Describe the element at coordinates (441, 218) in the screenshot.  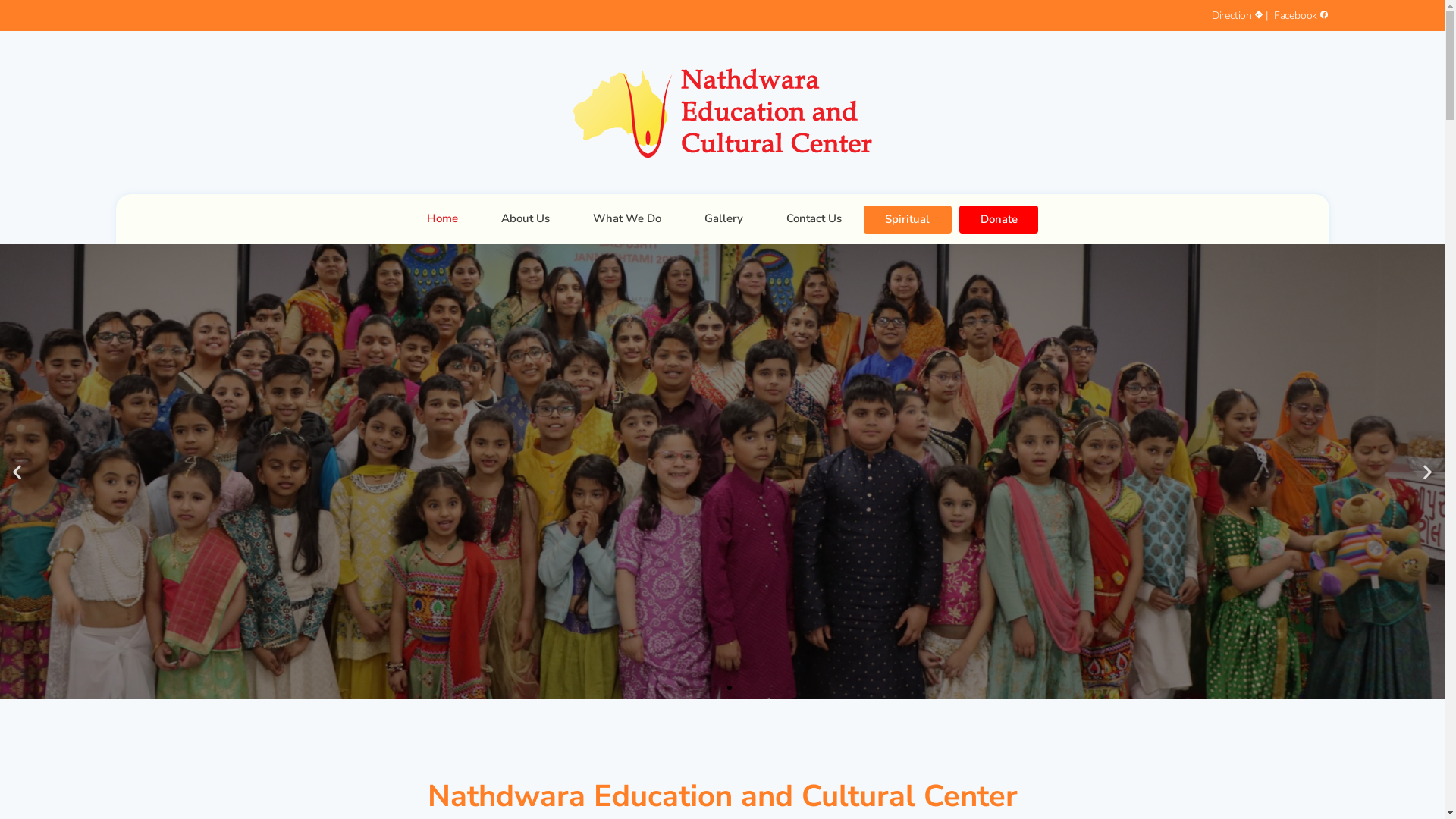
I see `'Home'` at that location.